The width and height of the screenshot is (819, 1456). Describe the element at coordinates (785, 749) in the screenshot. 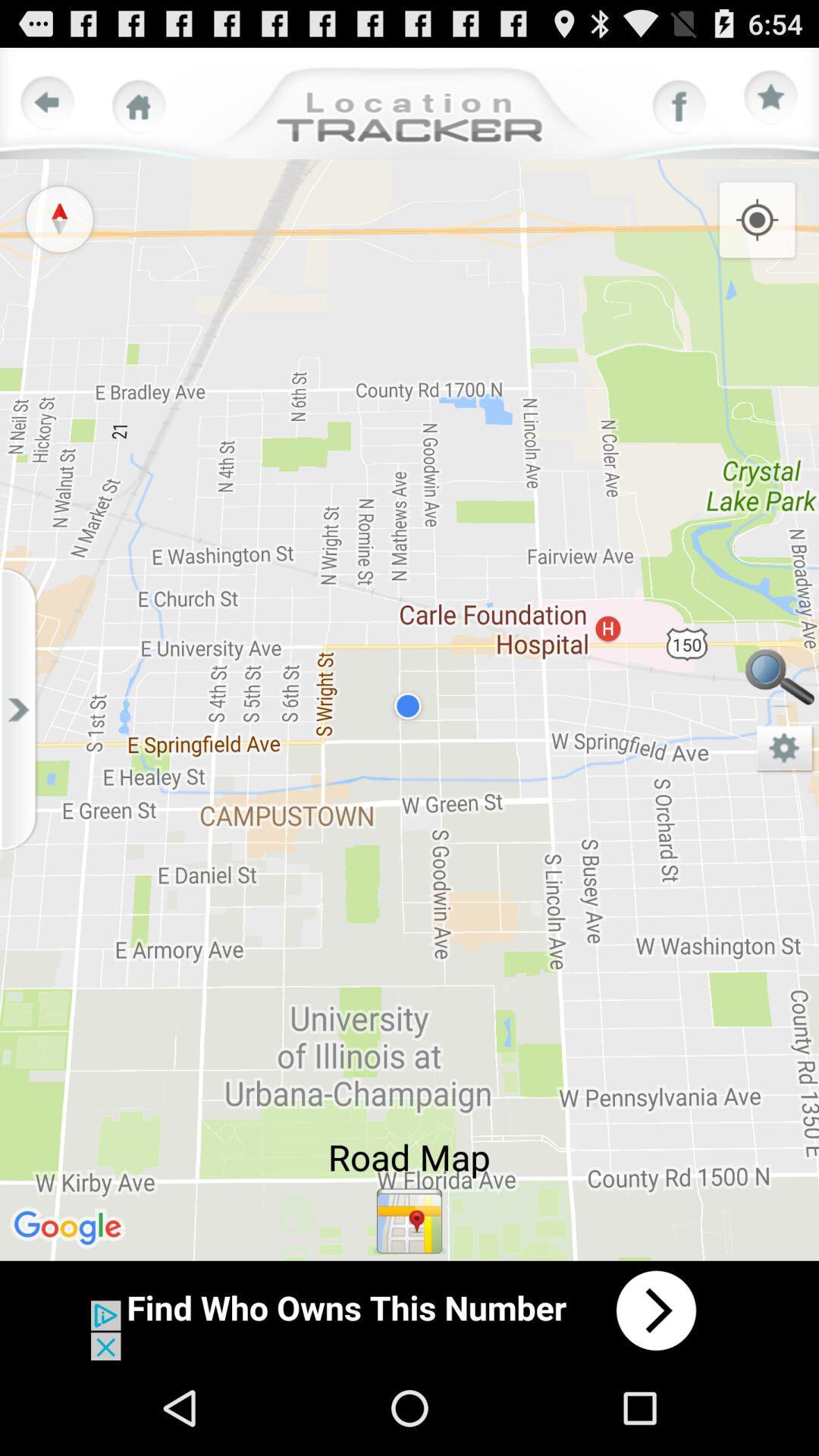

I see `google setting button` at that location.